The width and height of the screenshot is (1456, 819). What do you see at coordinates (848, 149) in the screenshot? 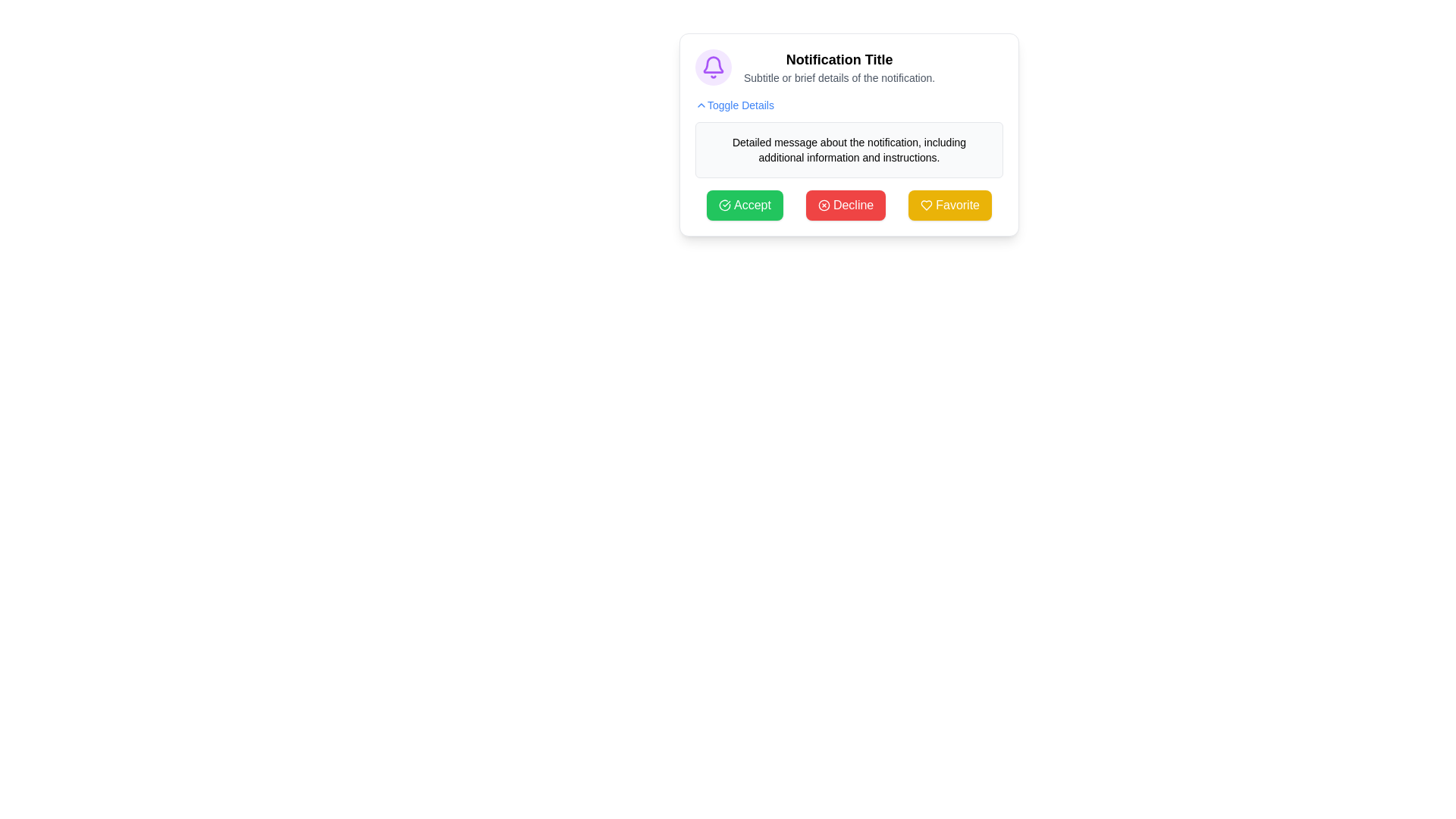
I see `the static text label that provides additional context or instructions related to the notification displayed, which is centrally located within the notification box below the 'Notification Title'` at bounding box center [848, 149].